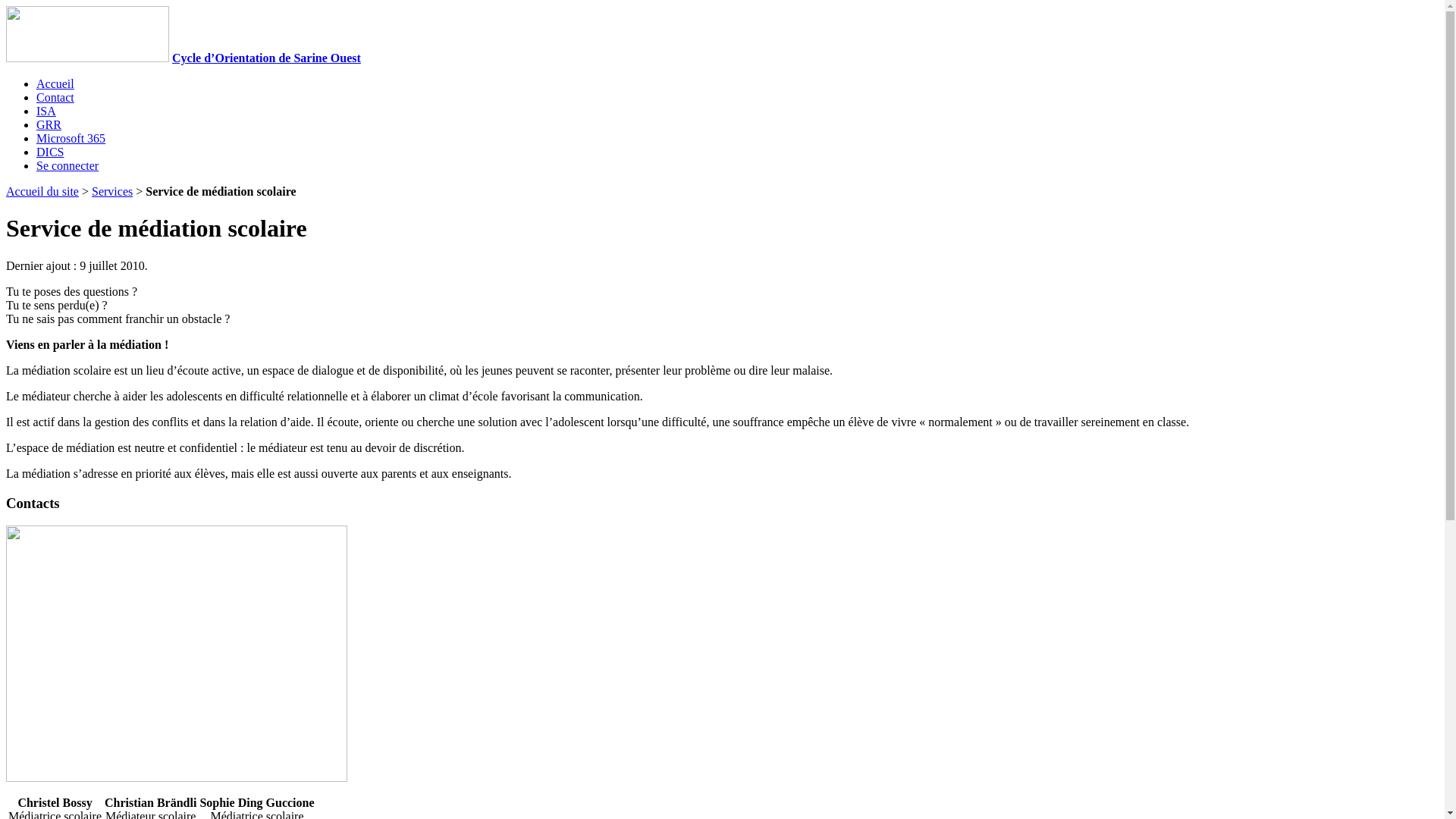 This screenshot has height=819, width=1456. I want to click on 'Se connecter', so click(67, 165).